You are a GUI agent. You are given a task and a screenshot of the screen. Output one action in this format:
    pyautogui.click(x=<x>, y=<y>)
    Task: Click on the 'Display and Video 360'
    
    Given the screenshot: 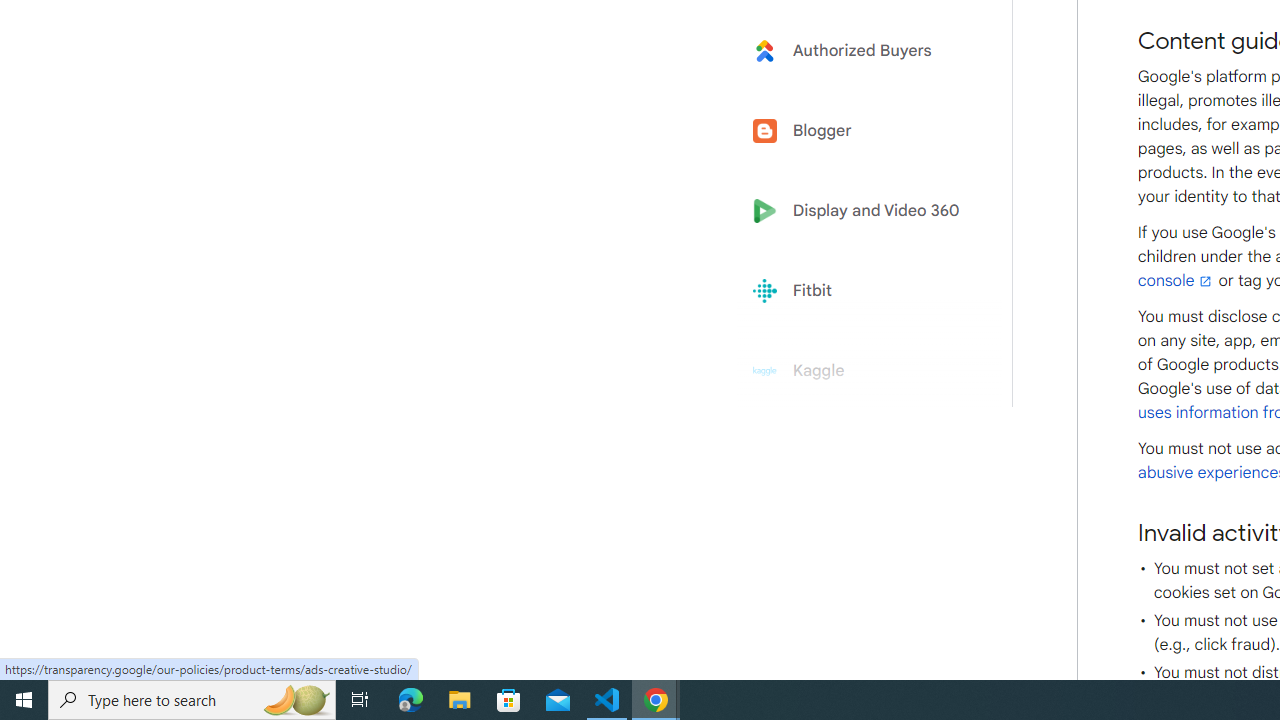 What is the action you would take?
    pyautogui.click(x=862, y=211)
    